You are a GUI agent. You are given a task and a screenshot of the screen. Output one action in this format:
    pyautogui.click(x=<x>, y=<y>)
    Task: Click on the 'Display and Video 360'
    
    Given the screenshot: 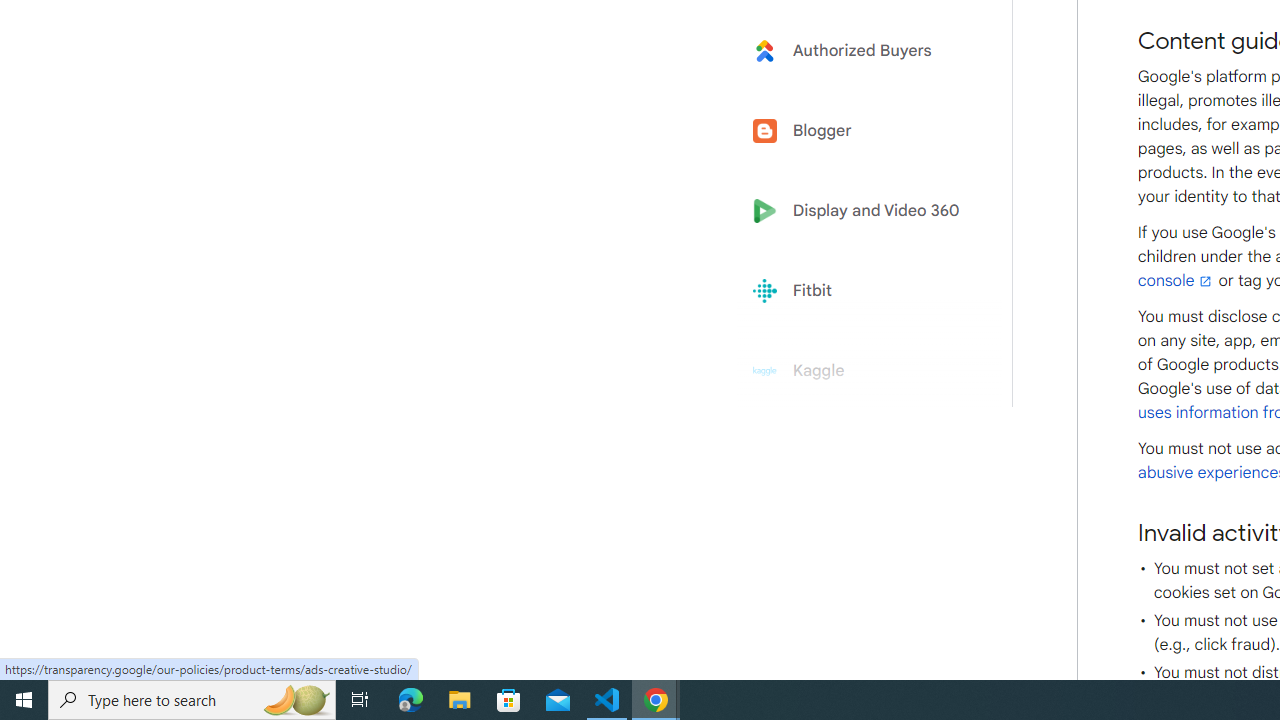 What is the action you would take?
    pyautogui.click(x=862, y=211)
    